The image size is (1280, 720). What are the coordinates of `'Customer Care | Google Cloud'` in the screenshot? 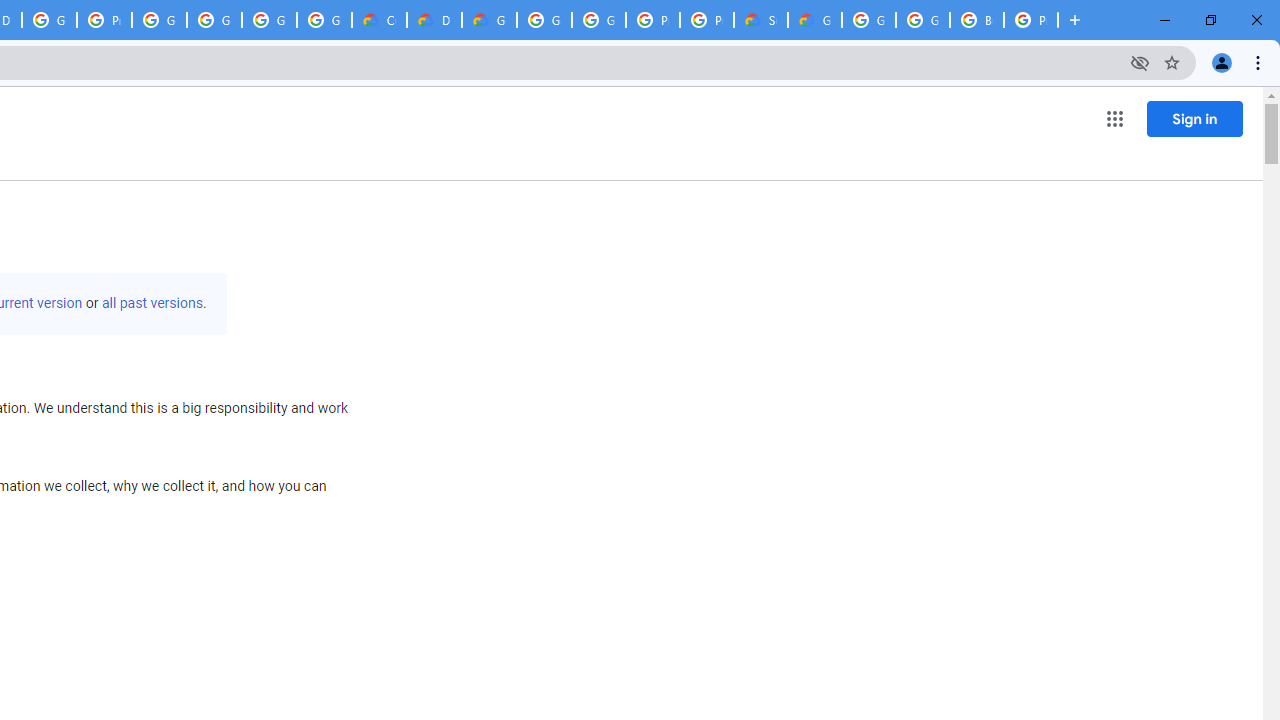 It's located at (379, 20).